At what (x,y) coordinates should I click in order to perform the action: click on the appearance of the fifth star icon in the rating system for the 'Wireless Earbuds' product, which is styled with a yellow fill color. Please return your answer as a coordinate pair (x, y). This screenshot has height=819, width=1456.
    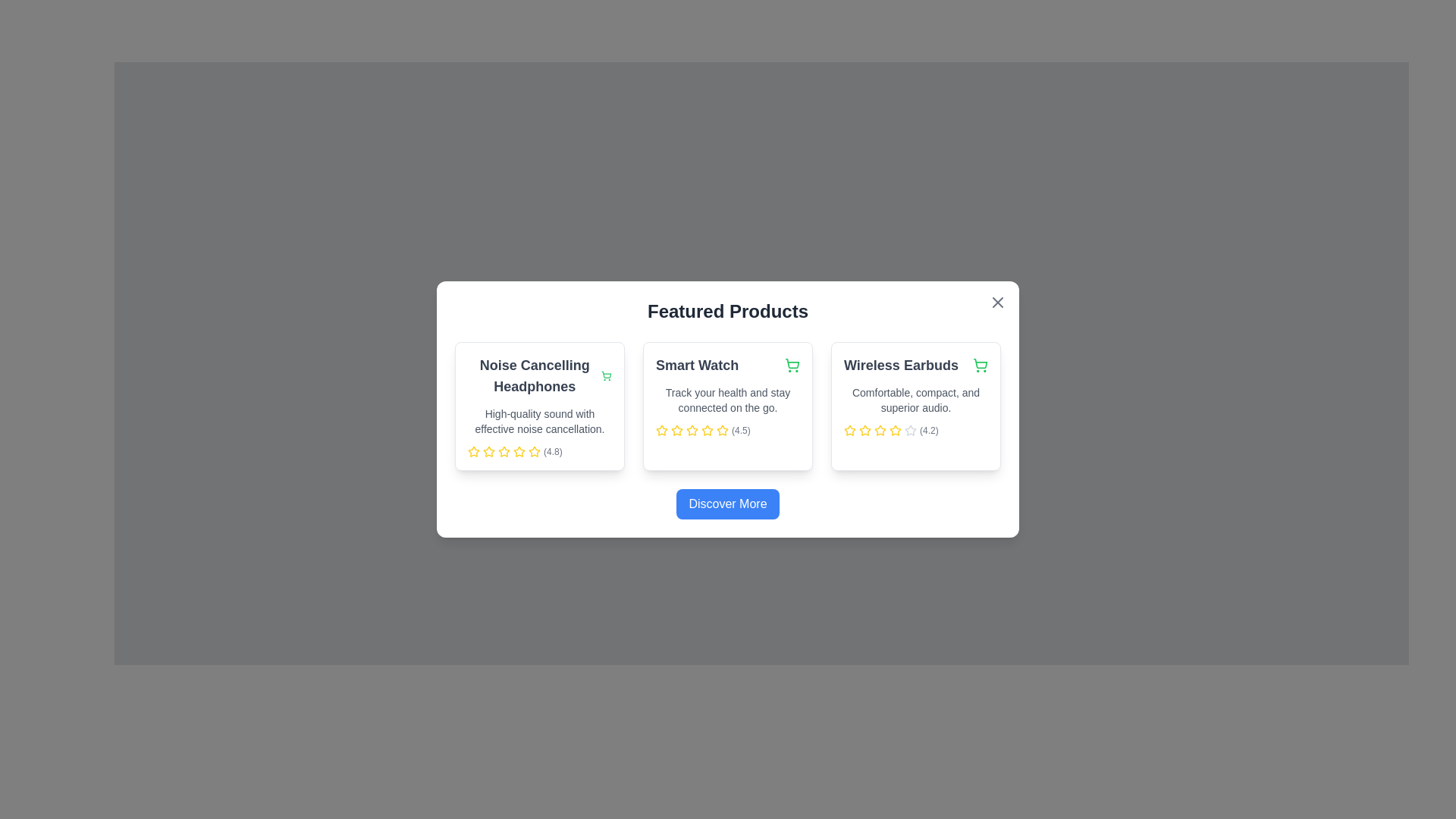
    Looking at the image, I should click on (895, 430).